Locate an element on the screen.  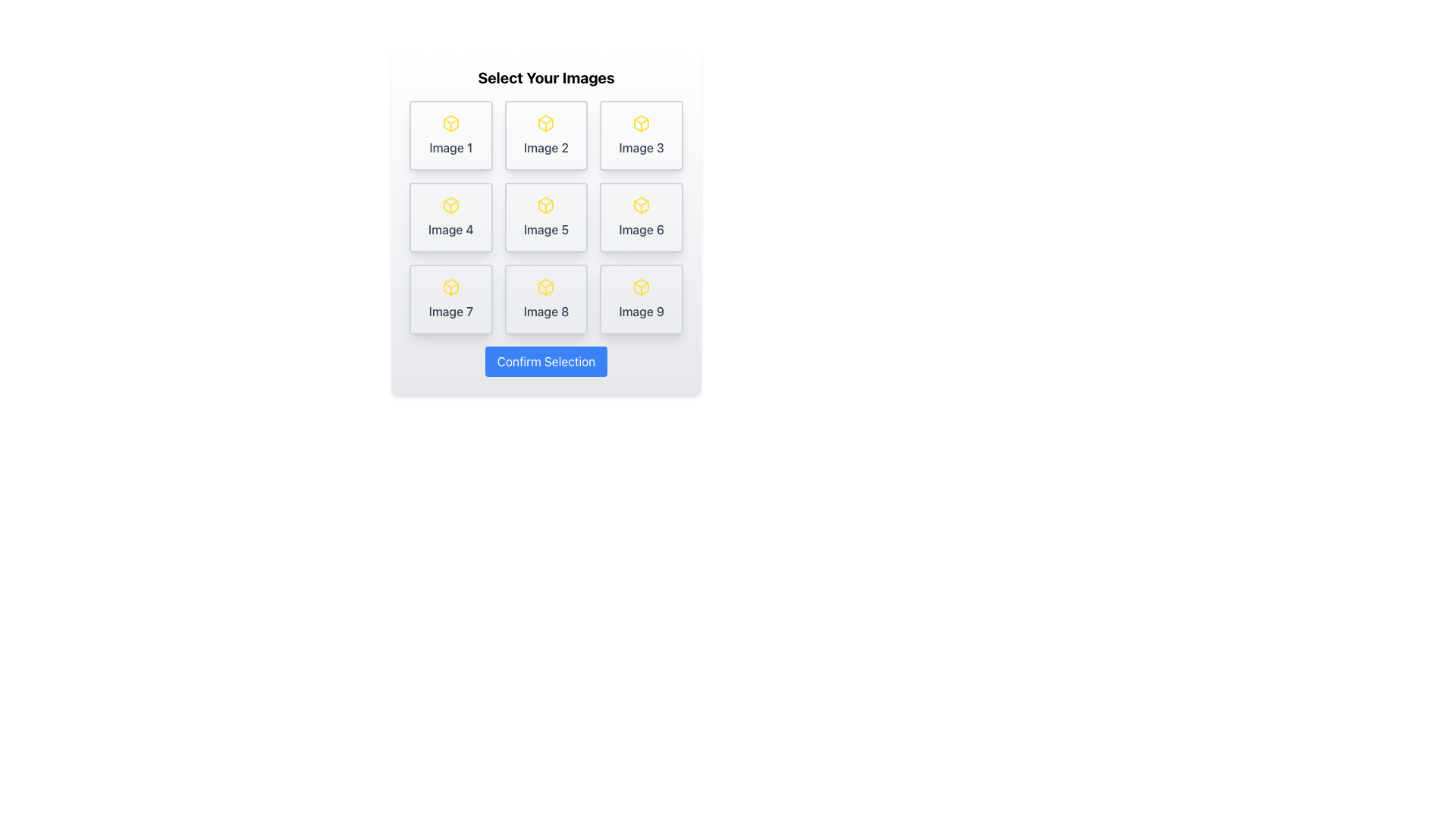
the icon located is located at coordinates (642, 205).